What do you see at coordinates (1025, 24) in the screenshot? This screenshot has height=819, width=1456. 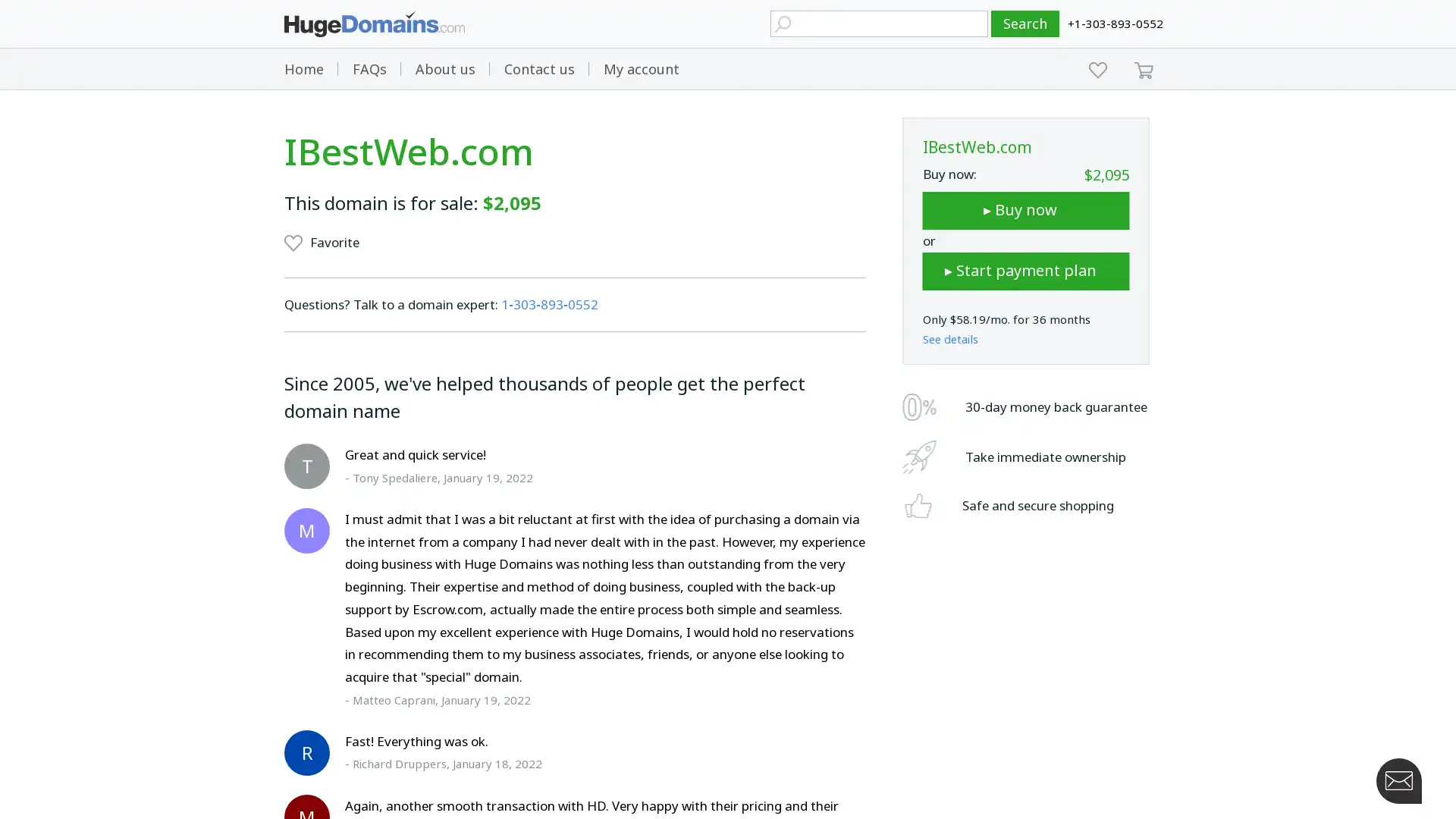 I see `Search` at bounding box center [1025, 24].